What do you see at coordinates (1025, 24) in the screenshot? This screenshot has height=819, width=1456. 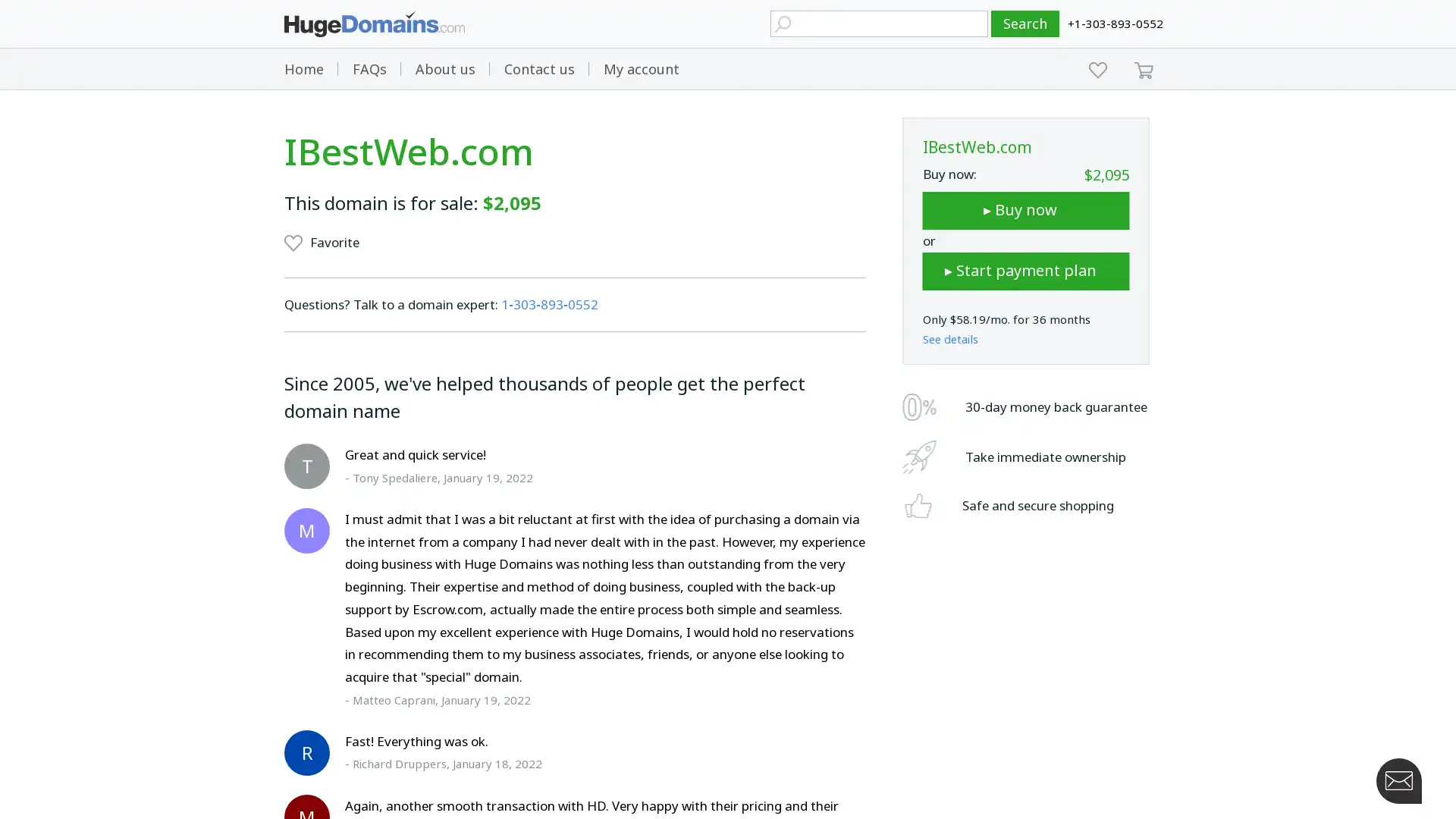 I see `Search` at bounding box center [1025, 24].